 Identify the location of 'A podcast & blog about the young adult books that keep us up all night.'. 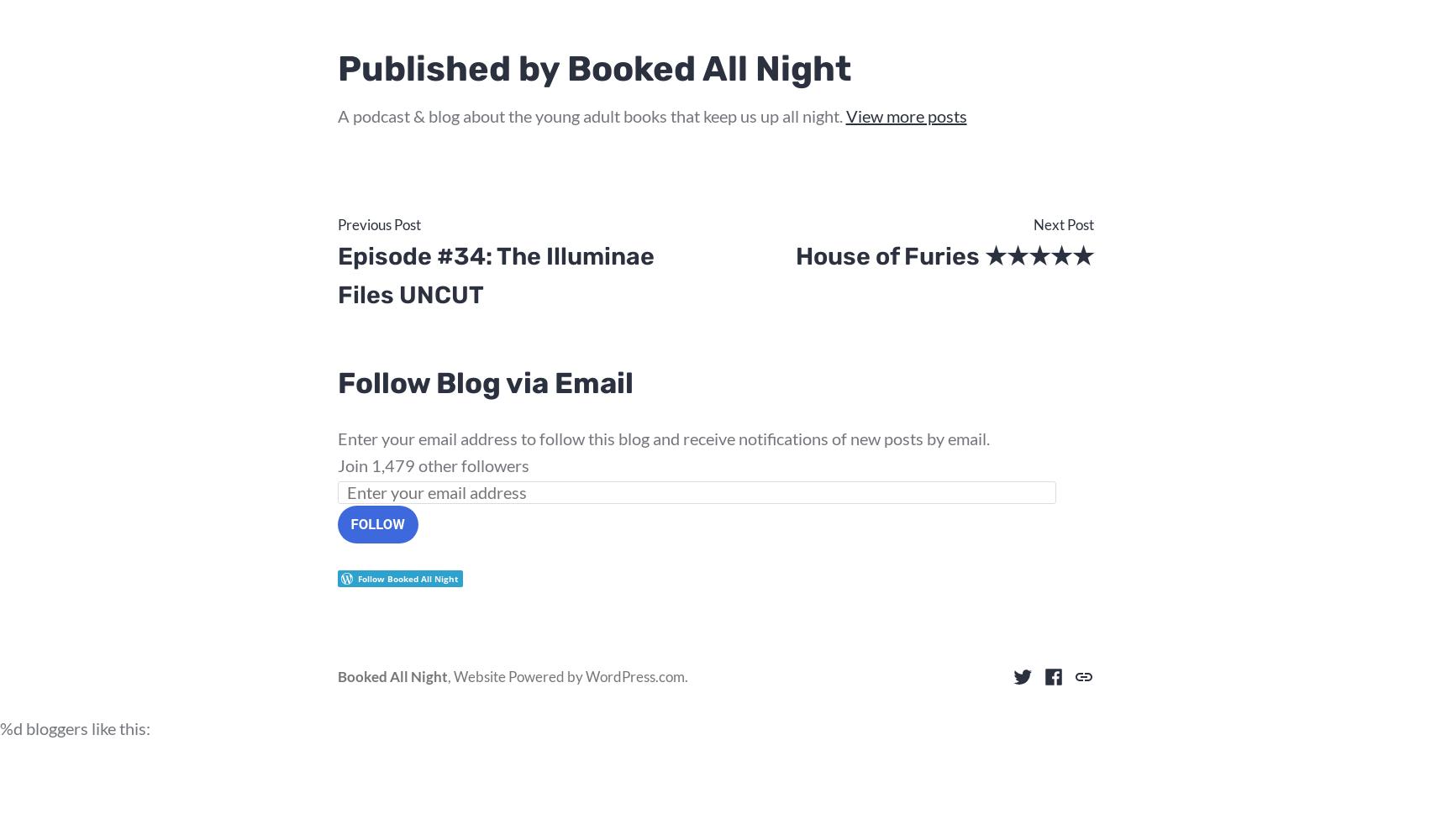
(591, 115).